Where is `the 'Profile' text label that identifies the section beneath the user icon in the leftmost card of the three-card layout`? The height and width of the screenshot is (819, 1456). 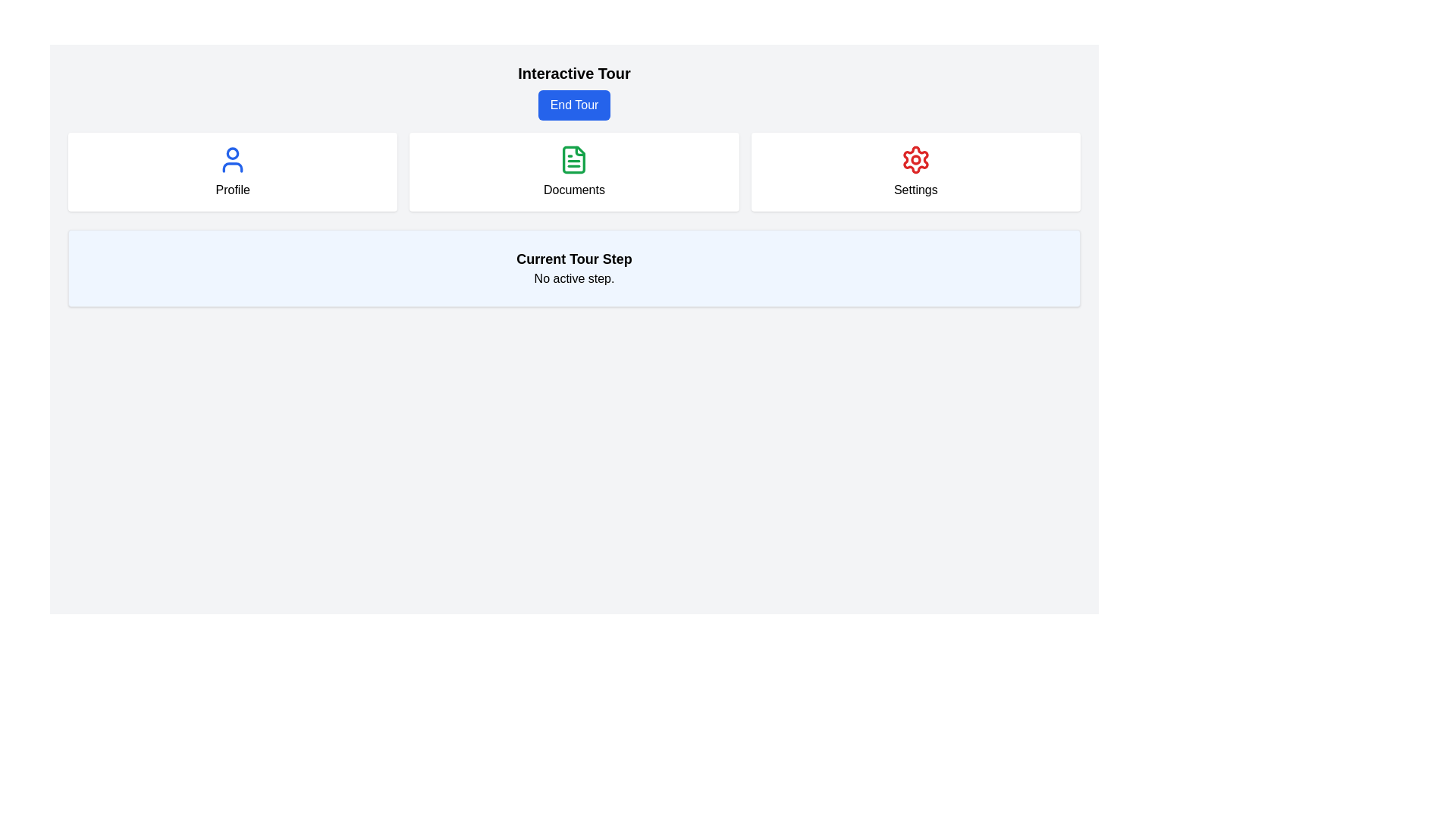
the 'Profile' text label that identifies the section beneath the user icon in the leftmost card of the three-card layout is located at coordinates (232, 189).